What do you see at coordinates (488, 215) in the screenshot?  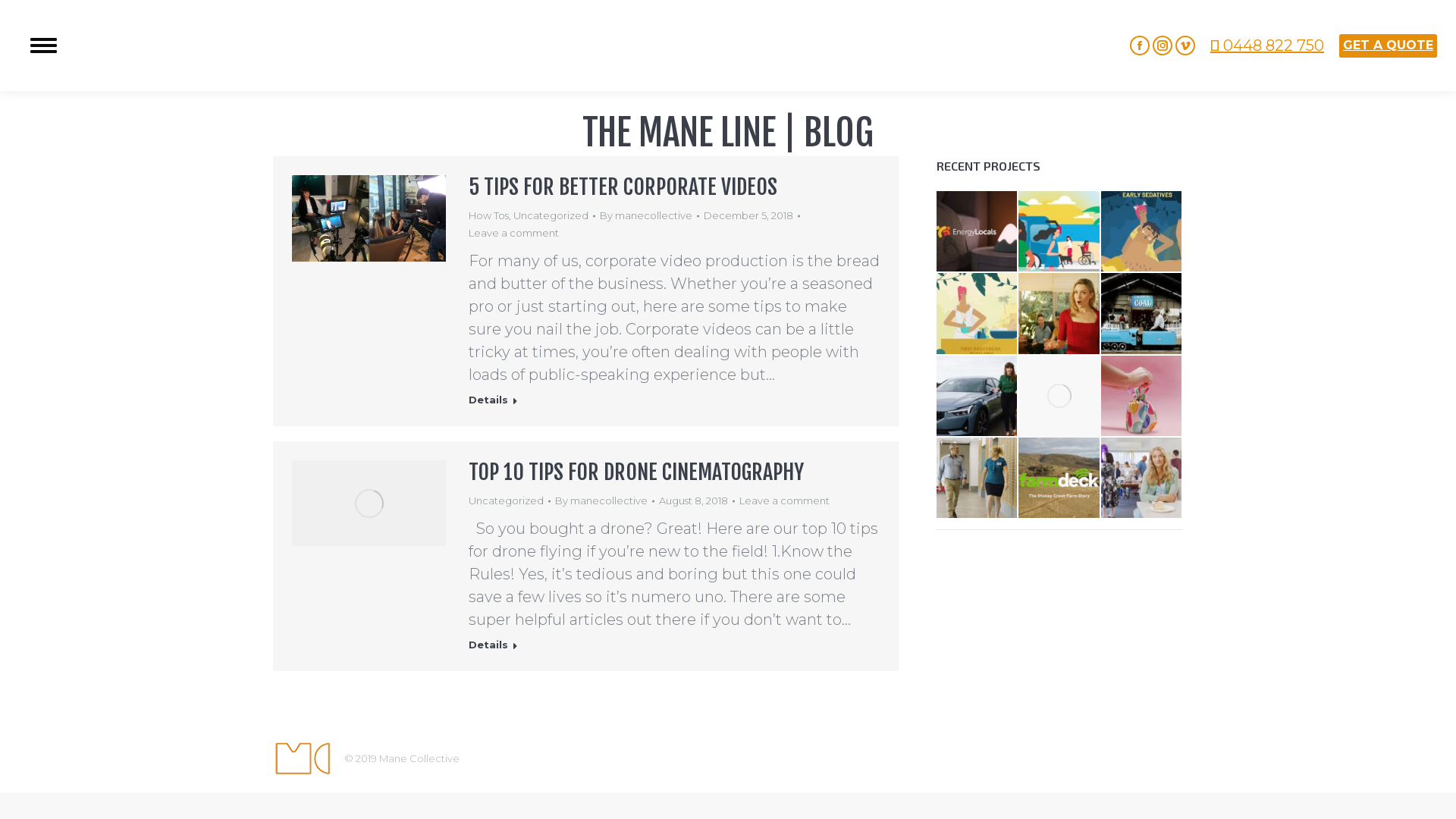 I see `'How Tos'` at bounding box center [488, 215].